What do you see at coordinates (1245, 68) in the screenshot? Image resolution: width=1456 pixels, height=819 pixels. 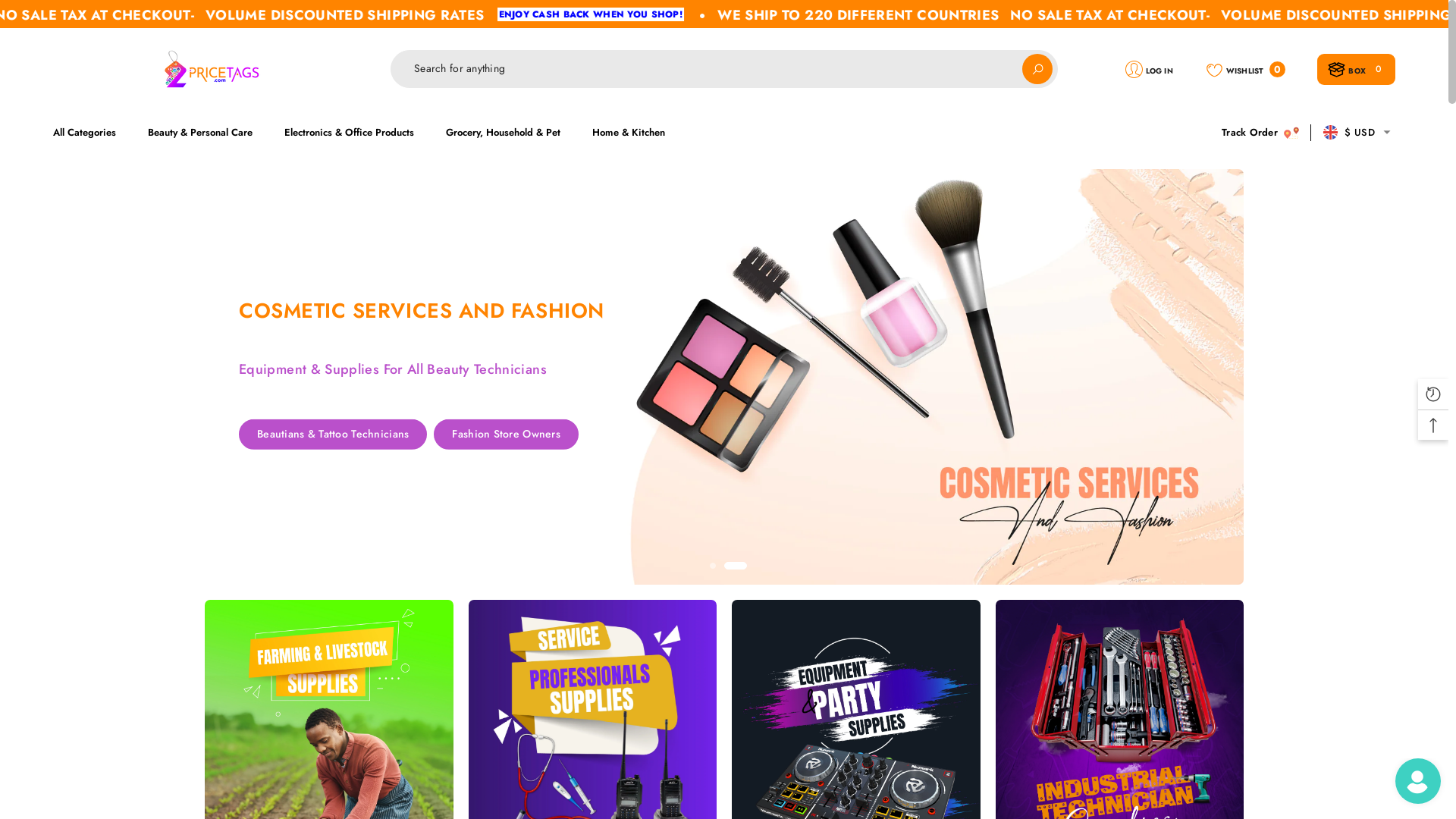 I see `'WISHLIST` at bounding box center [1245, 68].